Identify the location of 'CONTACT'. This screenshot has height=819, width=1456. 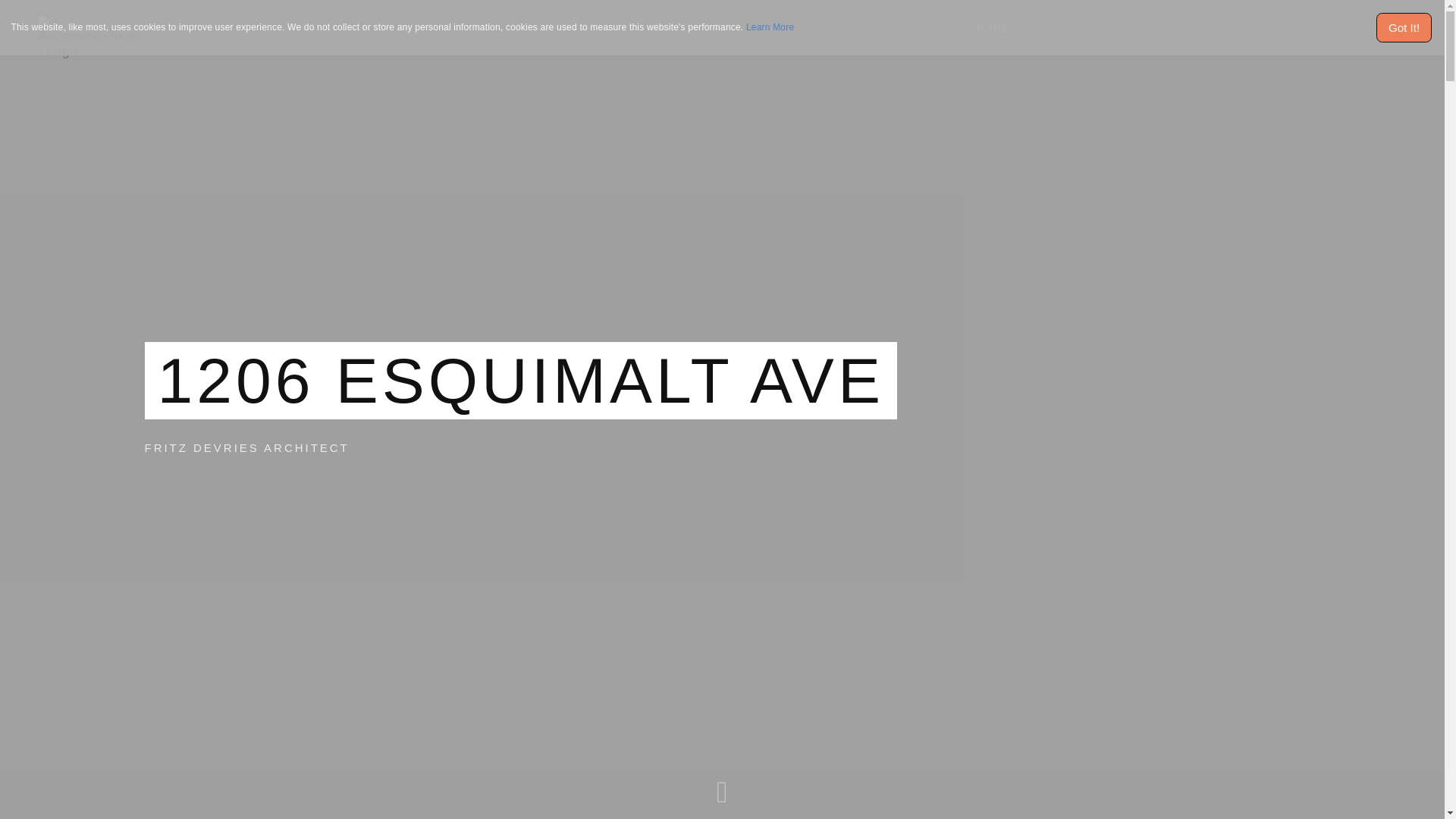
(1332, 28).